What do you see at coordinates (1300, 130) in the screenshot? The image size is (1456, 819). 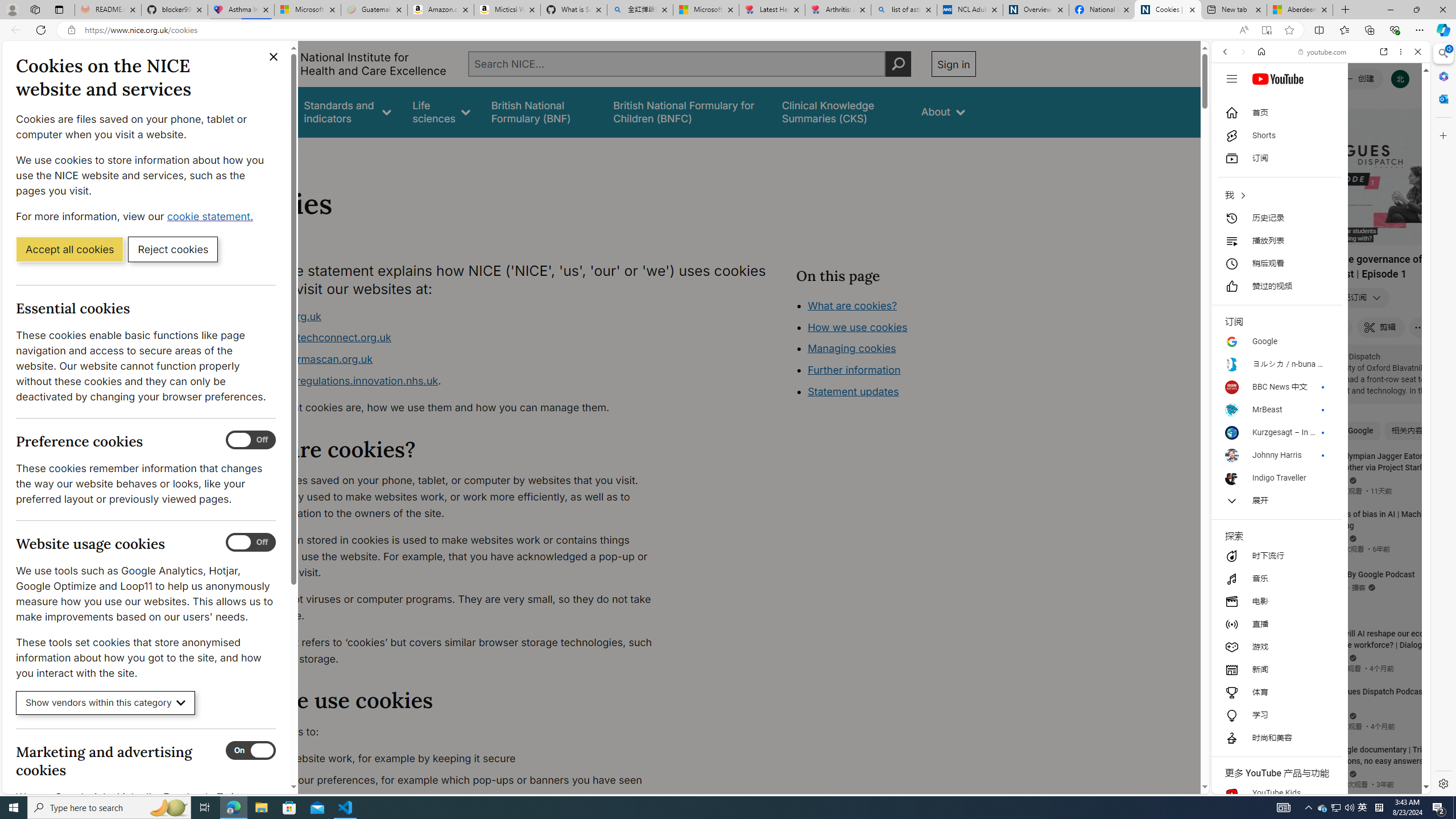 I see `'VIDEOS'` at bounding box center [1300, 130].